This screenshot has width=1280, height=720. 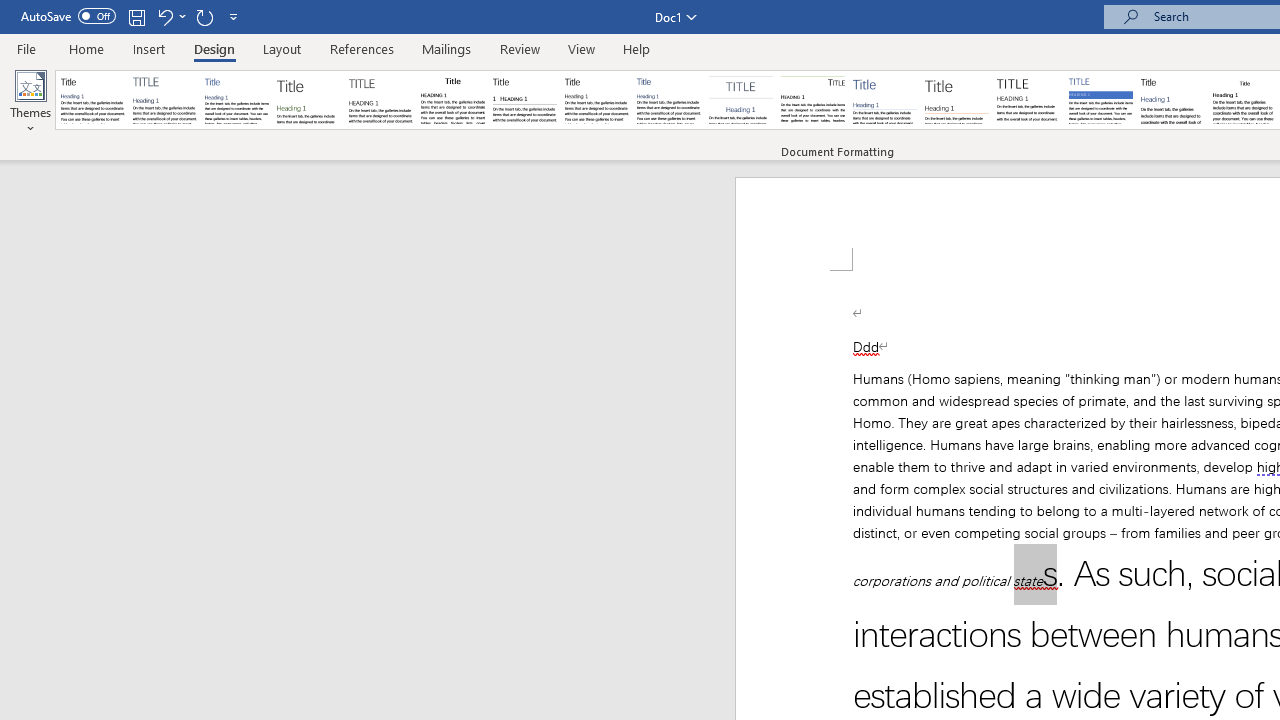 What do you see at coordinates (30, 103) in the screenshot?
I see `'Themes'` at bounding box center [30, 103].